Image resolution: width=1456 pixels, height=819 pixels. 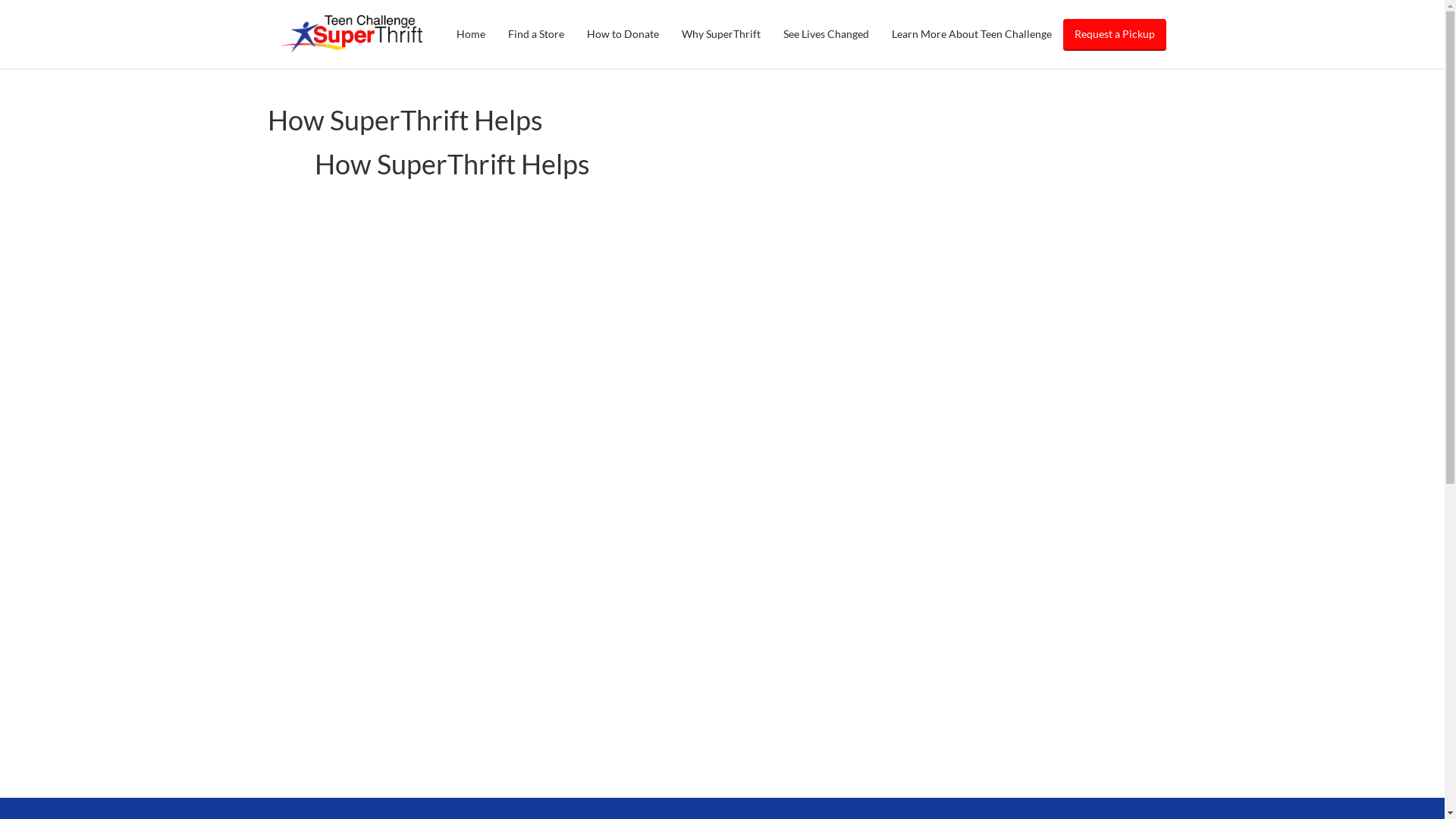 What do you see at coordinates (622, 34) in the screenshot?
I see `'How to Donate'` at bounding box center [622, 34].